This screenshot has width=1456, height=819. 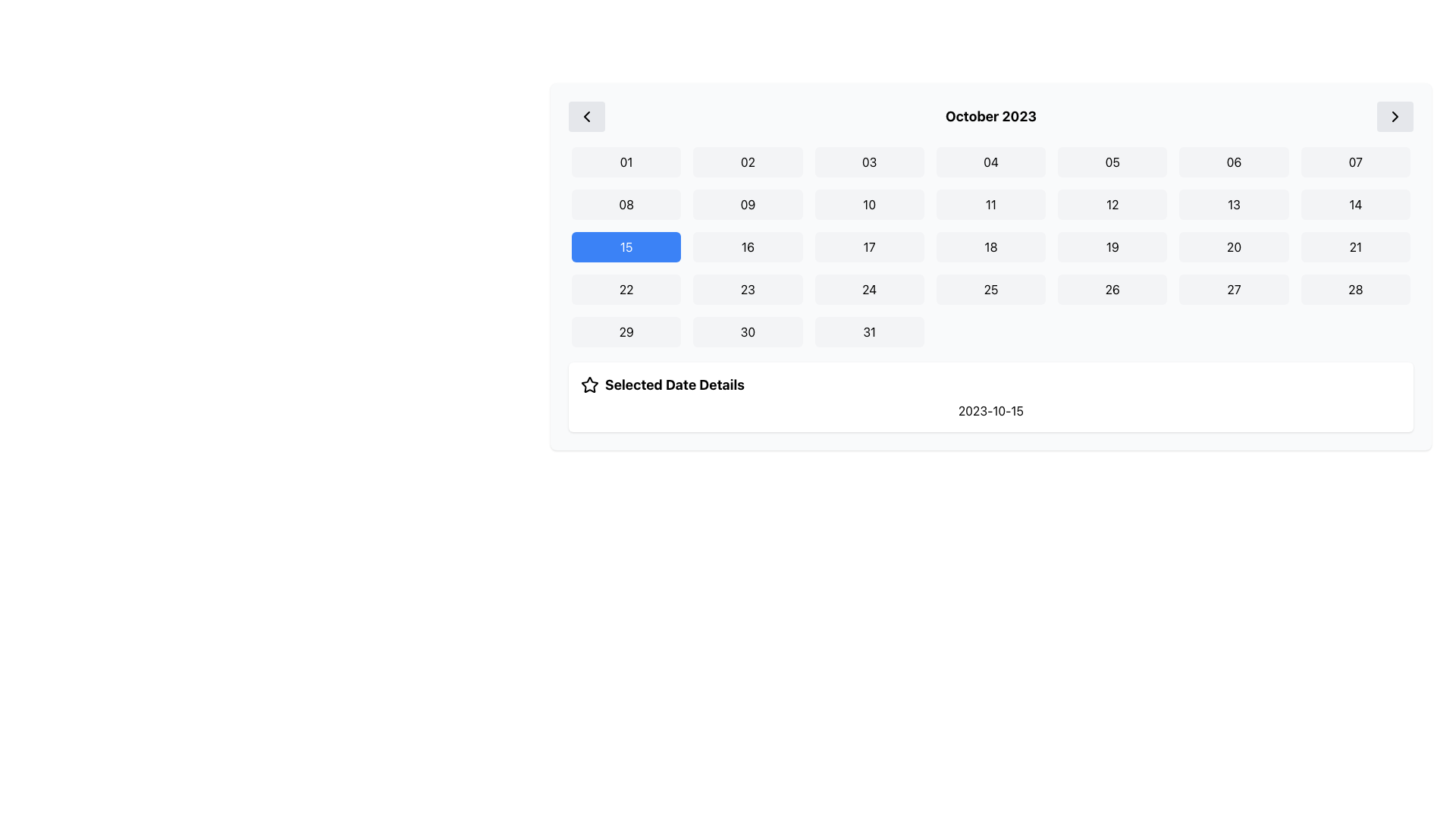 I want to click on the '26' button in the October 2023 calendar, so click(x=1112, y=289).